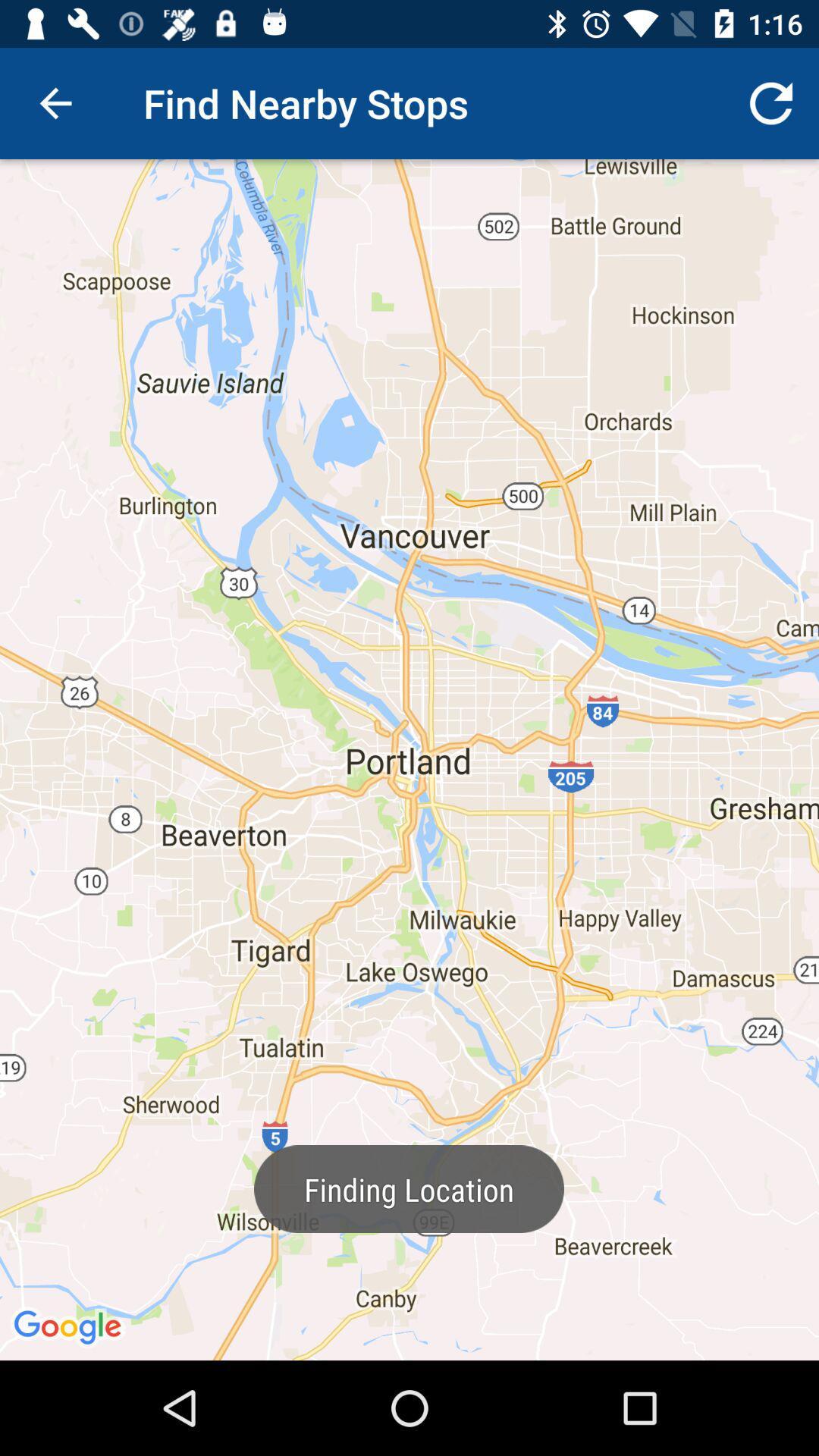  Describe the element at coordinates (771, 102) in the screenshot. I see `icon next to the find nearby stops icon` at that location.